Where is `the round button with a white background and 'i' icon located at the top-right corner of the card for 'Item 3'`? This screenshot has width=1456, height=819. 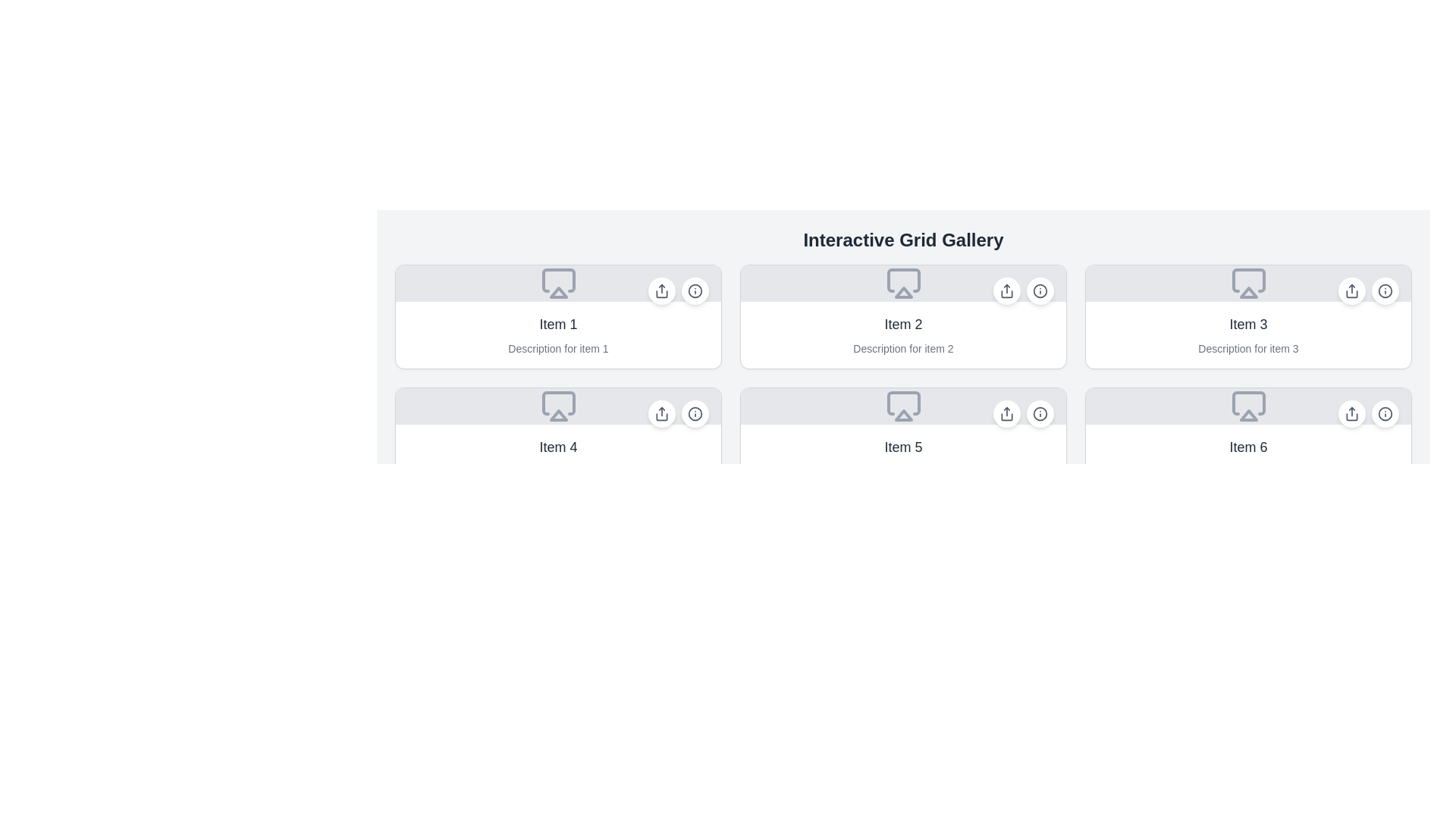
the round button with a white background and 'i' icon located at the top-right corner of the card for 'Item 3' is located at coordinates (1385, 291).